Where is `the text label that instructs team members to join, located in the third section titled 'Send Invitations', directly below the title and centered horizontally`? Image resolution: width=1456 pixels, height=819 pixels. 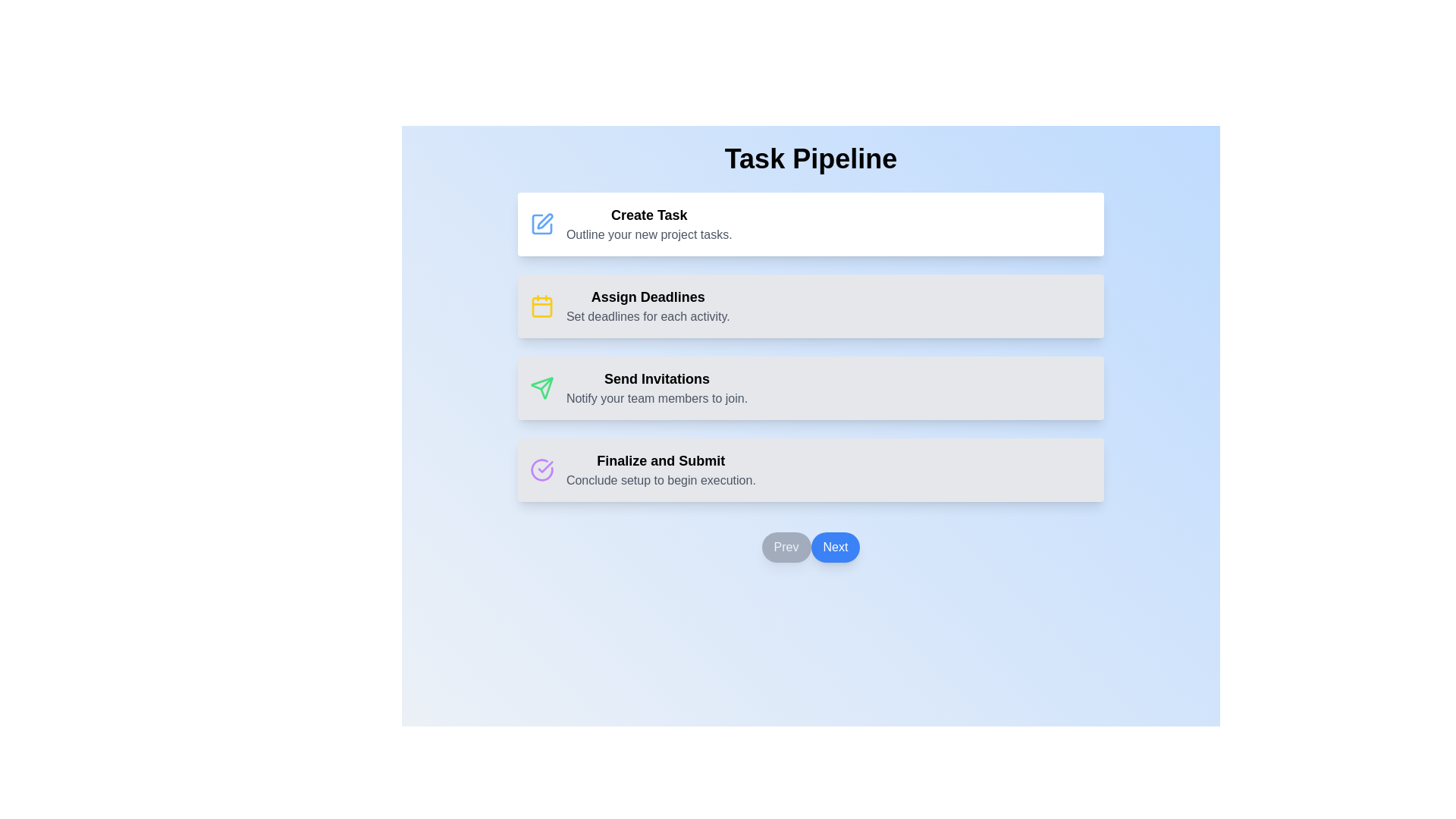 the text label that instructs team members to join, located in the third section titled 'Send Invitations', directly below the title and centered horizontally is located at coordinates (657, 397).